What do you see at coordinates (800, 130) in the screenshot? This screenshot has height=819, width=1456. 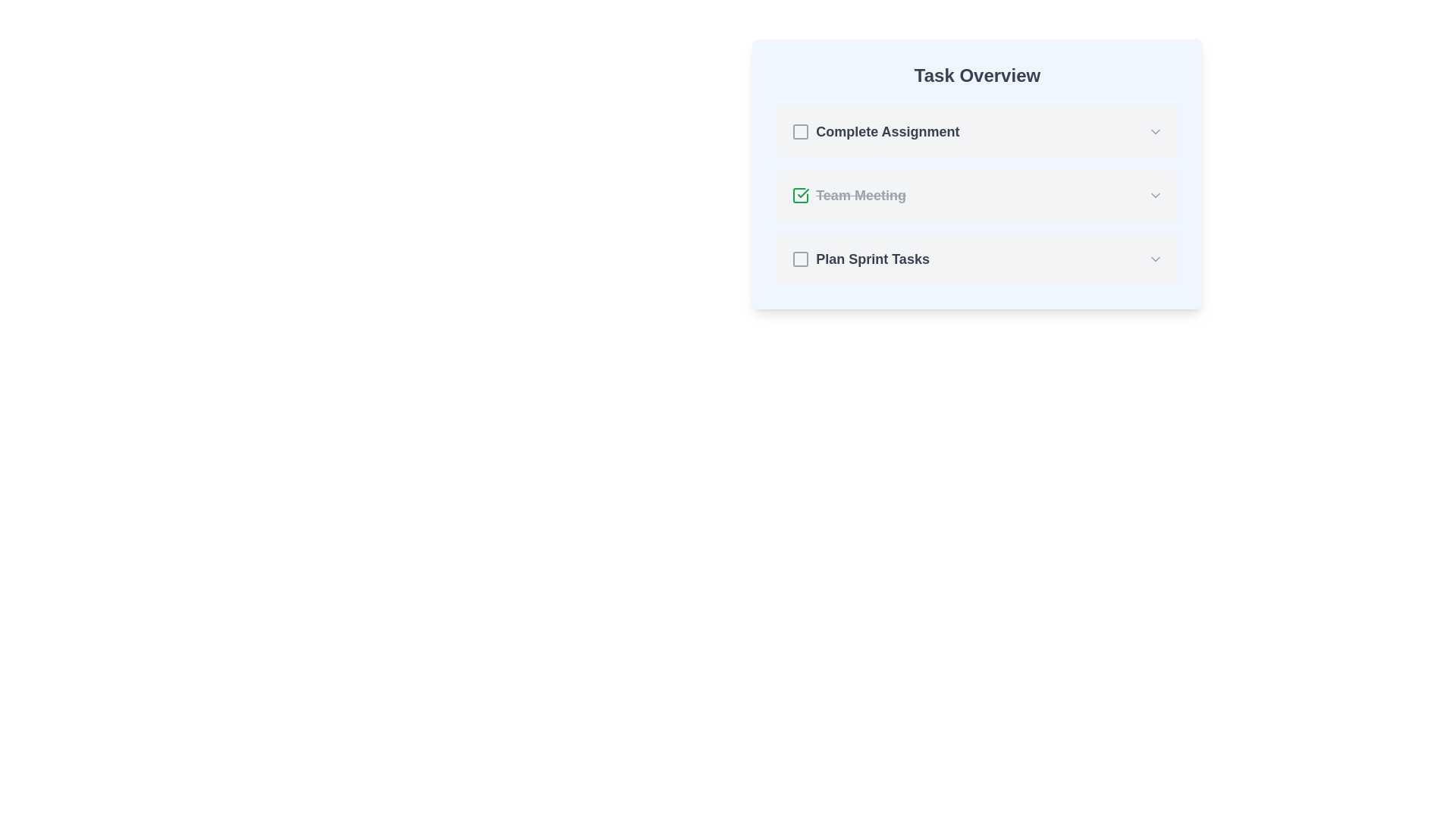 I see `the checkbox represented by an outlined square icon with a thin gray border, located in the first row under 'Task Overview' adjacent to 'Complete Assignment'` at bounding box center [800, 130].